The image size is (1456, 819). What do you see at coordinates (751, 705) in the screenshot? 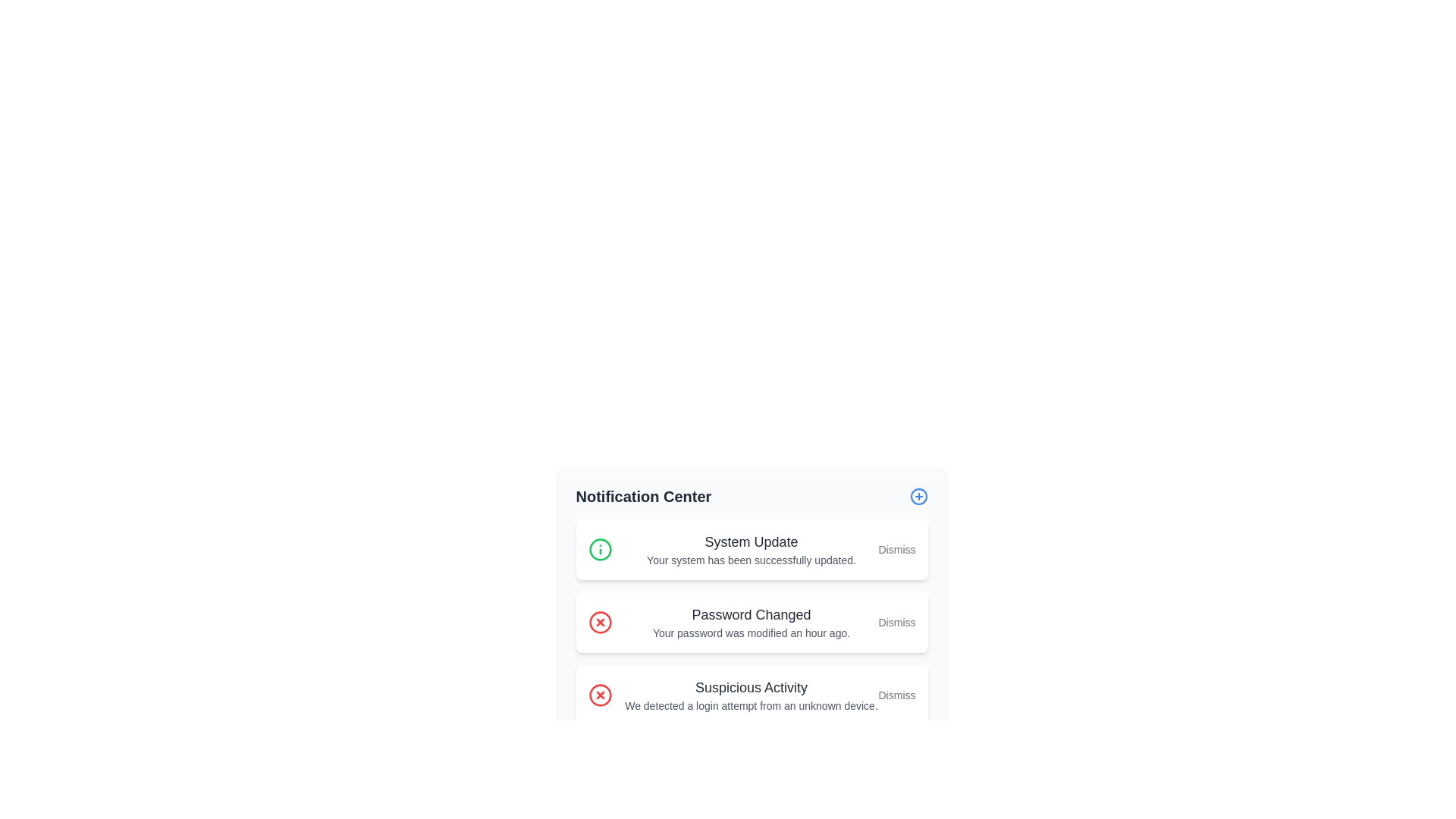
I see `static text element that provides details about an attempted login from an unrecognized device, located below the title 'Suspicious Activity' in the notification card` at bounding box center [751, 705].